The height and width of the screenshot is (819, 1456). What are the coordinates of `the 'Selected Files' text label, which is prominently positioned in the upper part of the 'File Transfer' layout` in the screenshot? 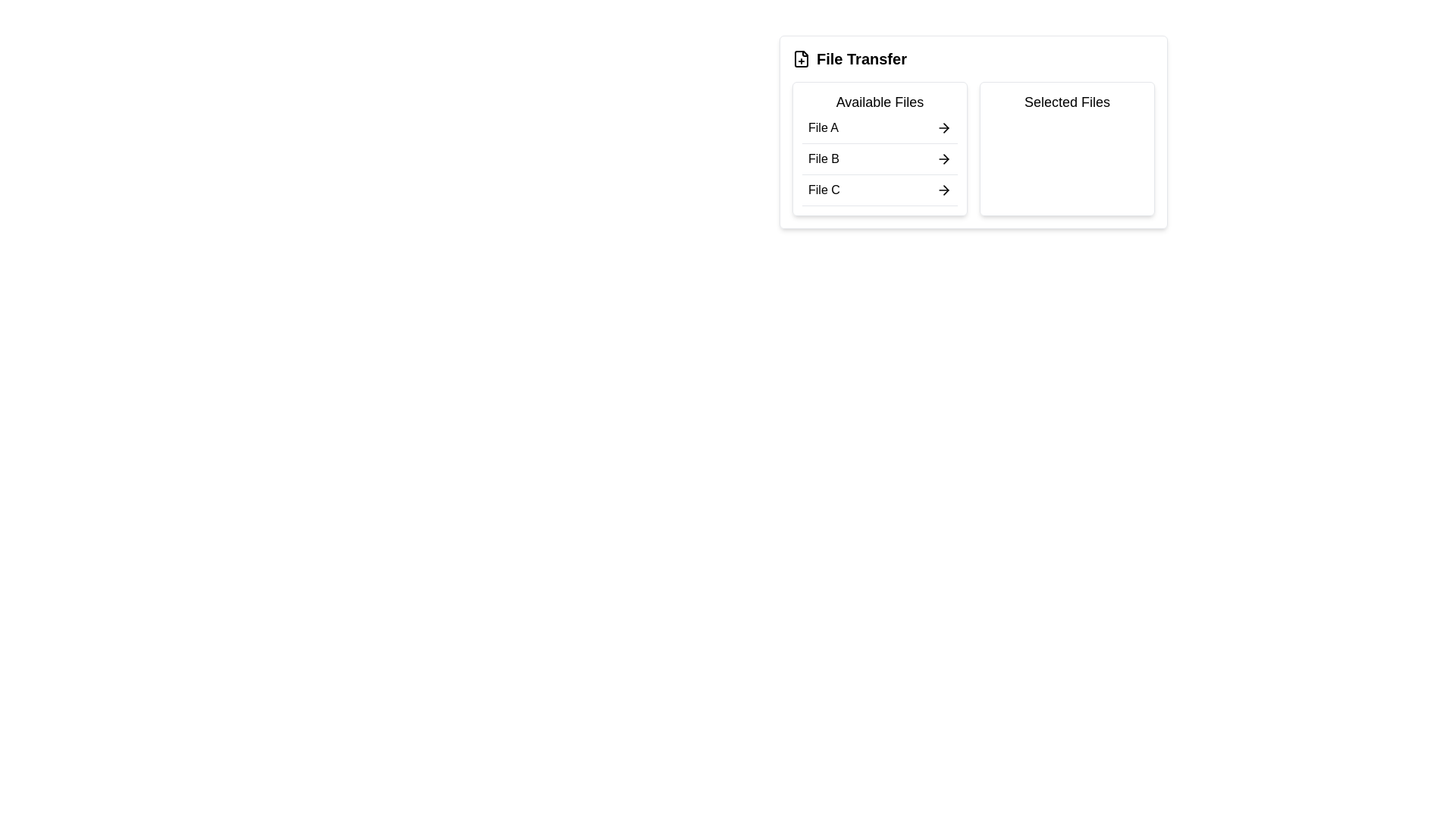 It's located at (1066, 102).